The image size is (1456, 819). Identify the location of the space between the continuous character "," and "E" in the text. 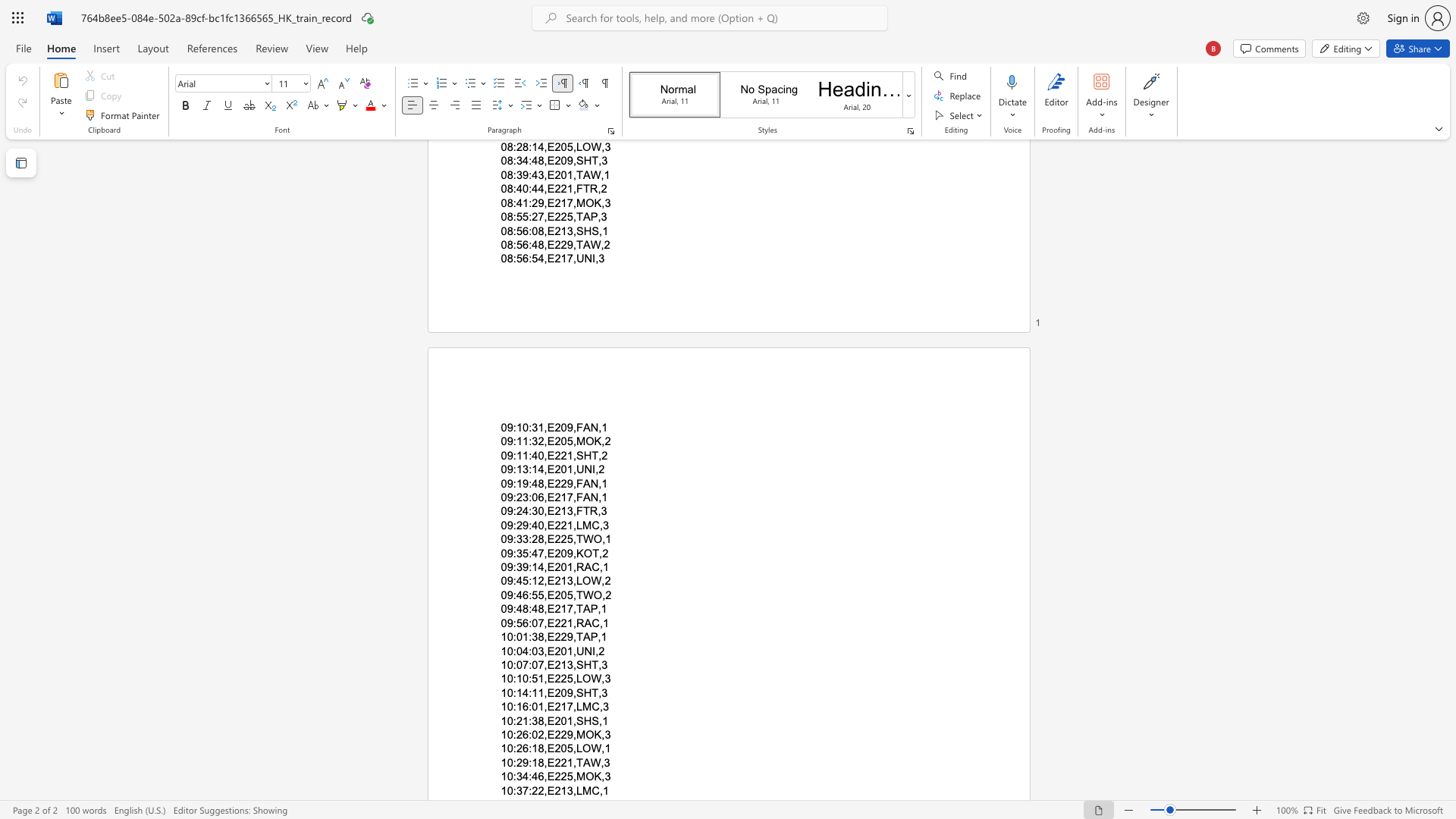
(548, 608).